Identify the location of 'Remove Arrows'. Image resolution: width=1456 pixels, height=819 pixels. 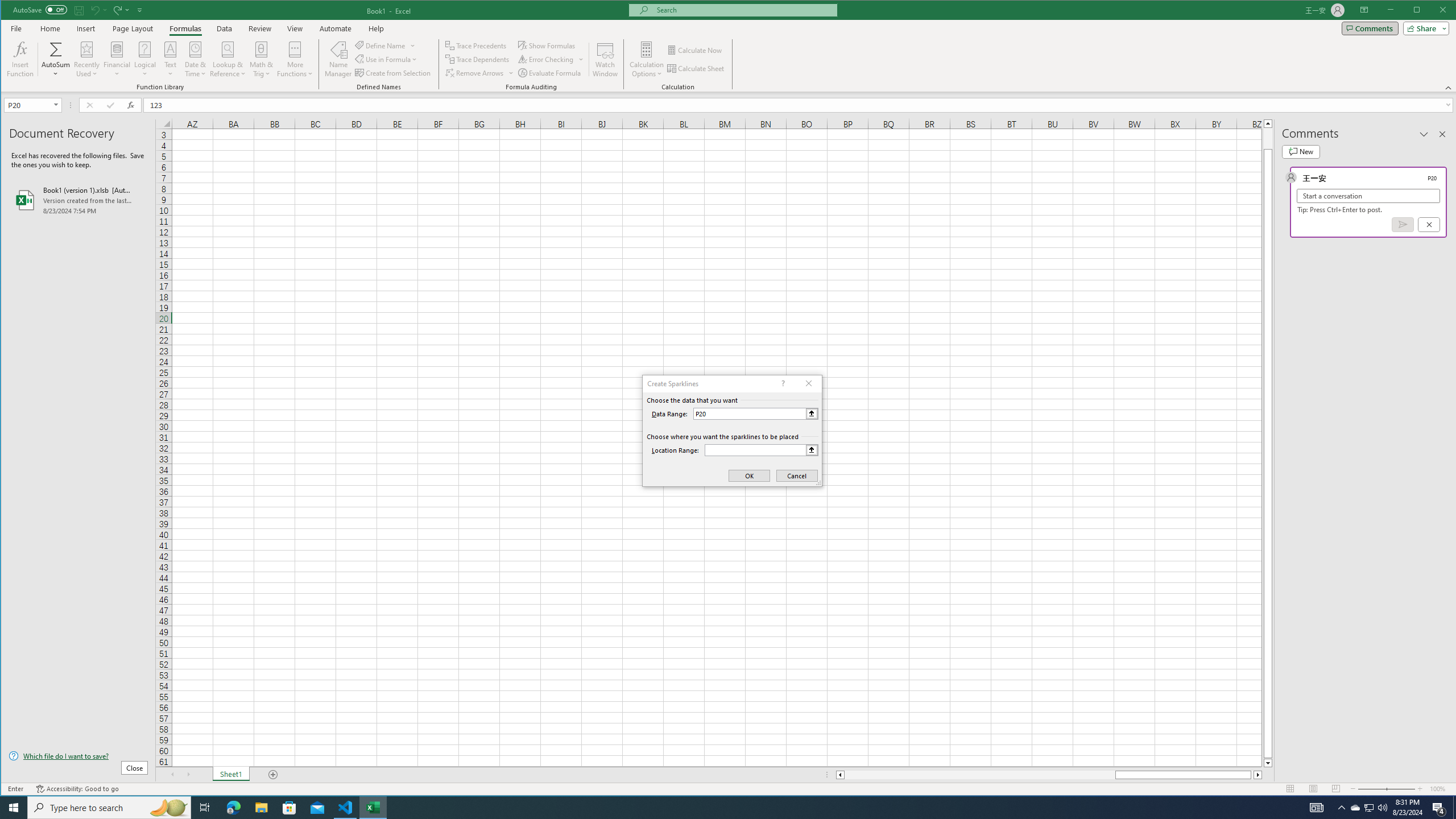
(475, 72).